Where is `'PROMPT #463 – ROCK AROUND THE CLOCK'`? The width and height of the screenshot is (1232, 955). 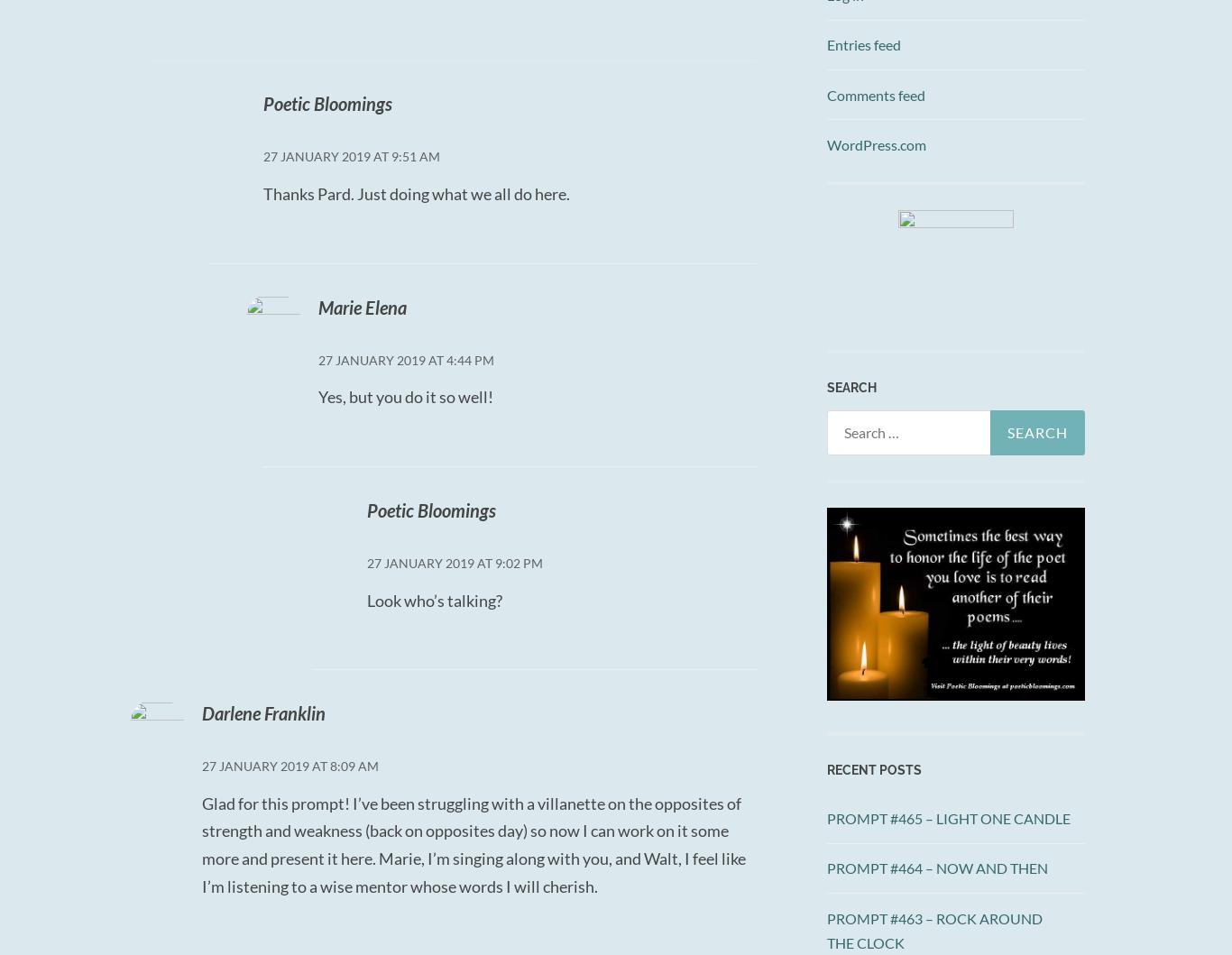
'PROMPT #463 – ROCK AROUND THE CLOCK' is located at coordinates (826, 929).